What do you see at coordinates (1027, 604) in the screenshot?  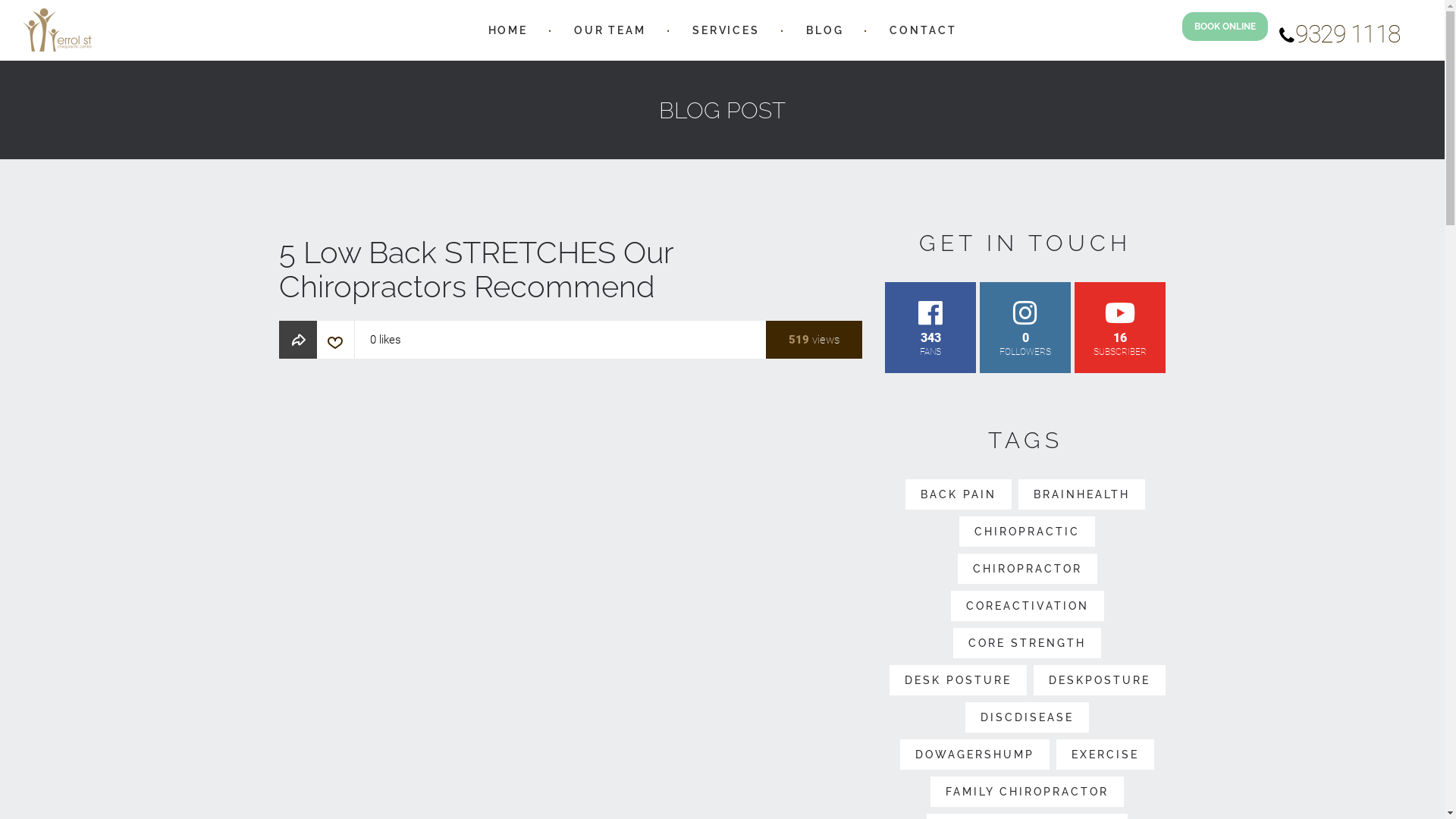 I see `'COREACTIVATION'` at bounding box center [1027, 604].